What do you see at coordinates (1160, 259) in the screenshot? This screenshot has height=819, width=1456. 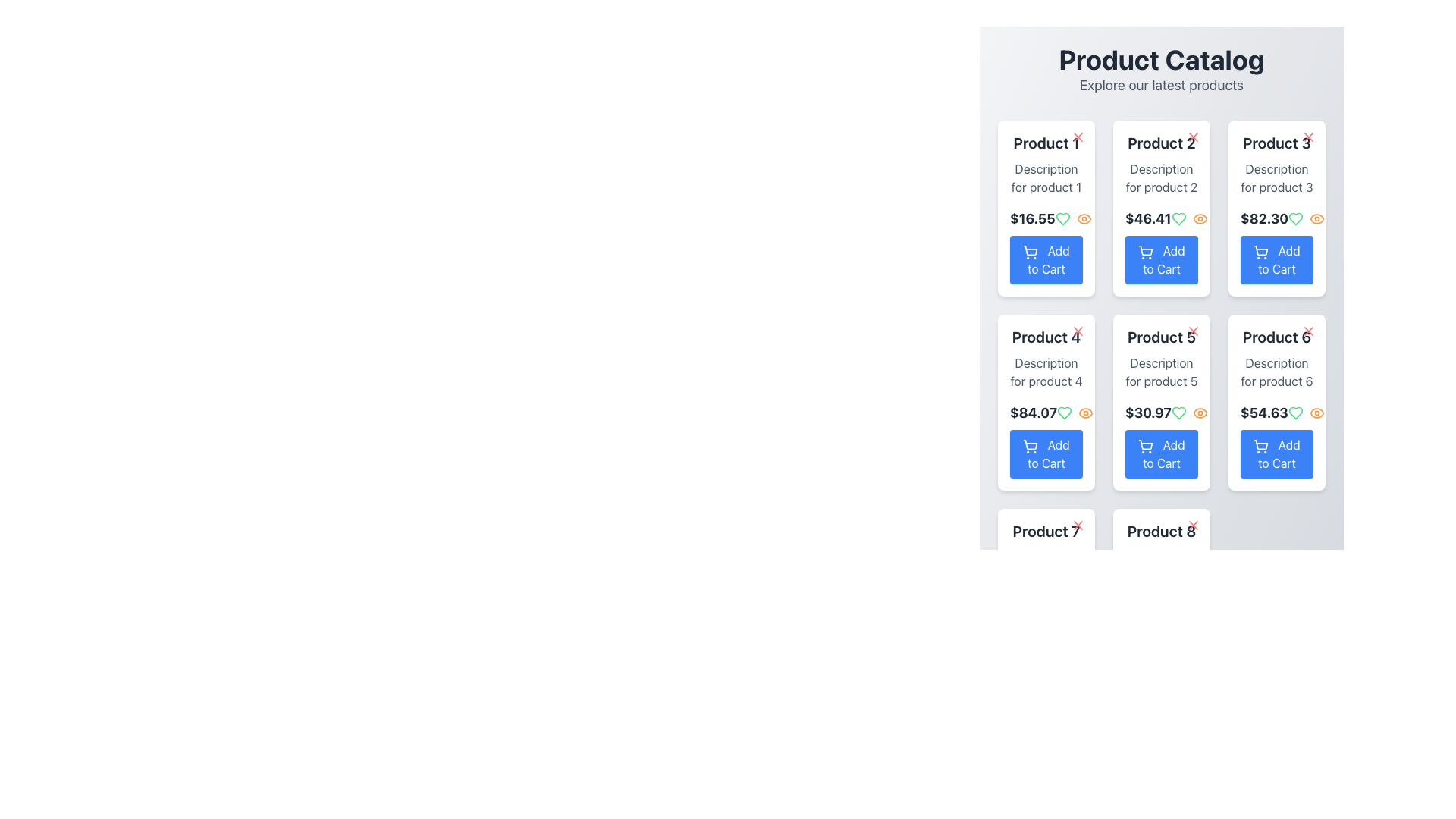 I see `the 'Add to Cart' button which has a blue background and white text, located at the bottom of the 'Product 2' card in the product grid` at bounding box center [1160, 259].